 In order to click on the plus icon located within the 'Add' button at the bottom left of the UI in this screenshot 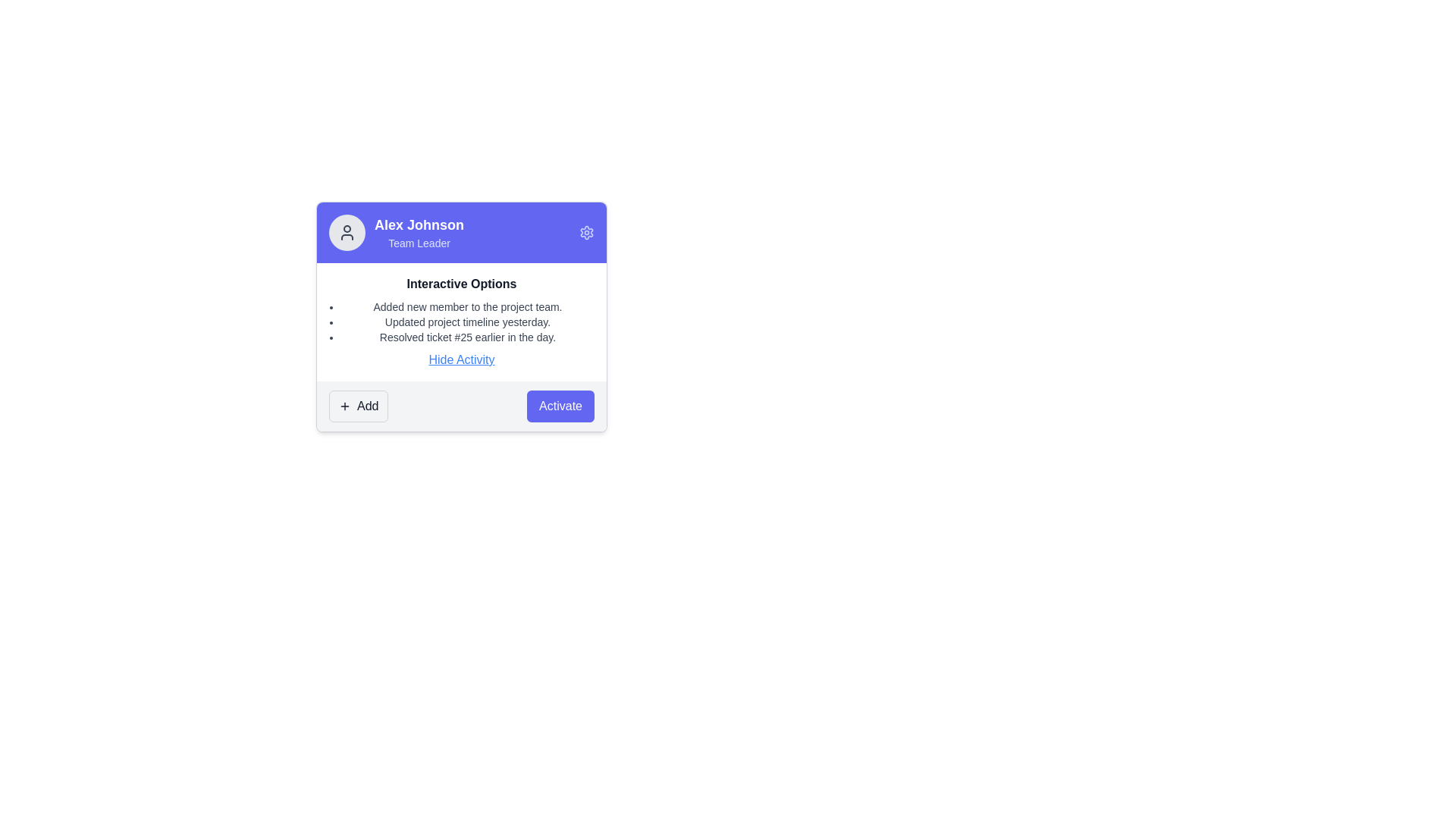, I will do `click(344, 406)`.